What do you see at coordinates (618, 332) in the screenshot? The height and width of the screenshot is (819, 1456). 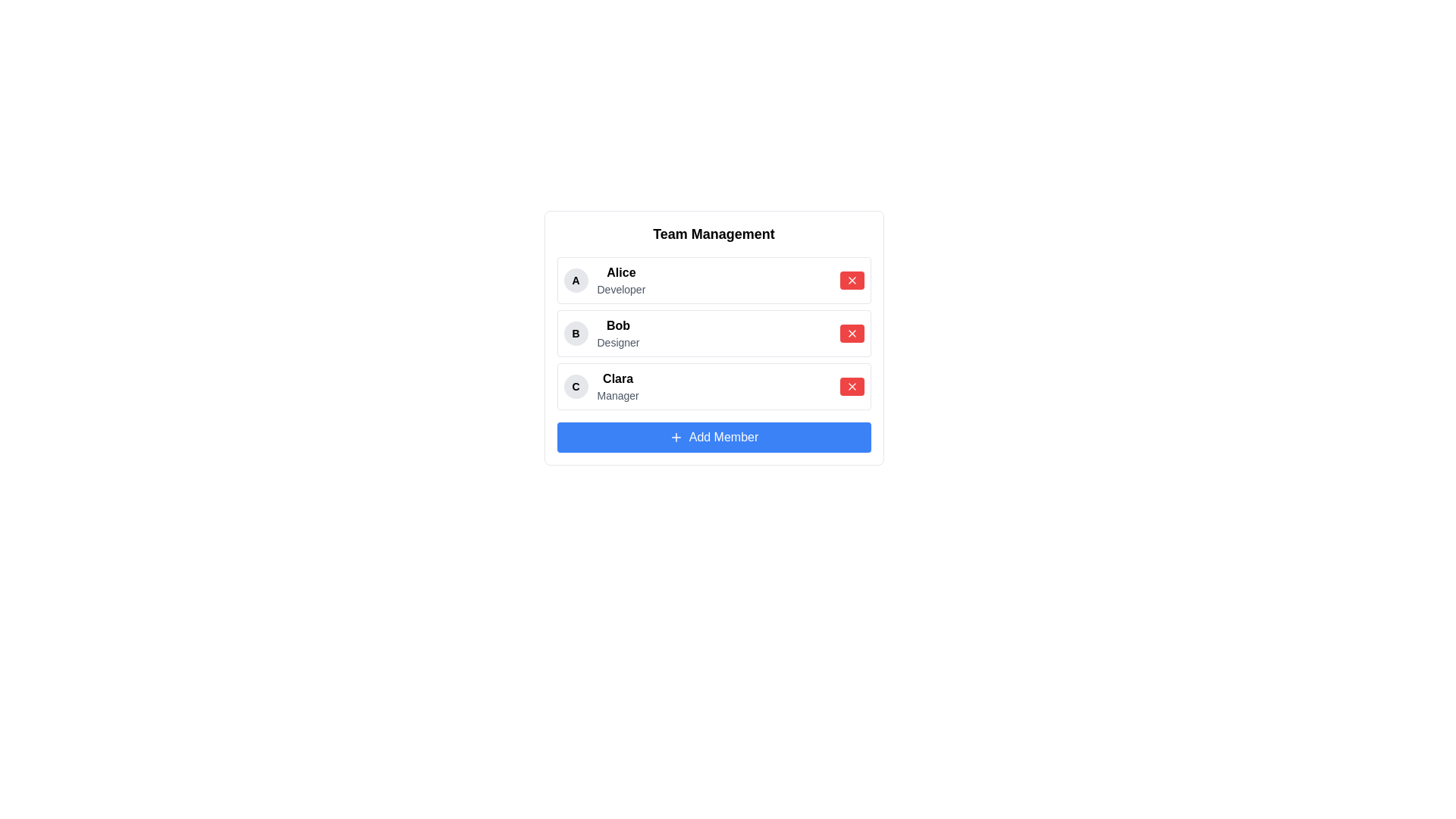 I see `the Informational Label displaying 'Bob' in bold and 'Designer' in gray, located in the second row of the team list, to the right of the 'B' avatar and left of the red-remove button` at bounding box center [618, 332].